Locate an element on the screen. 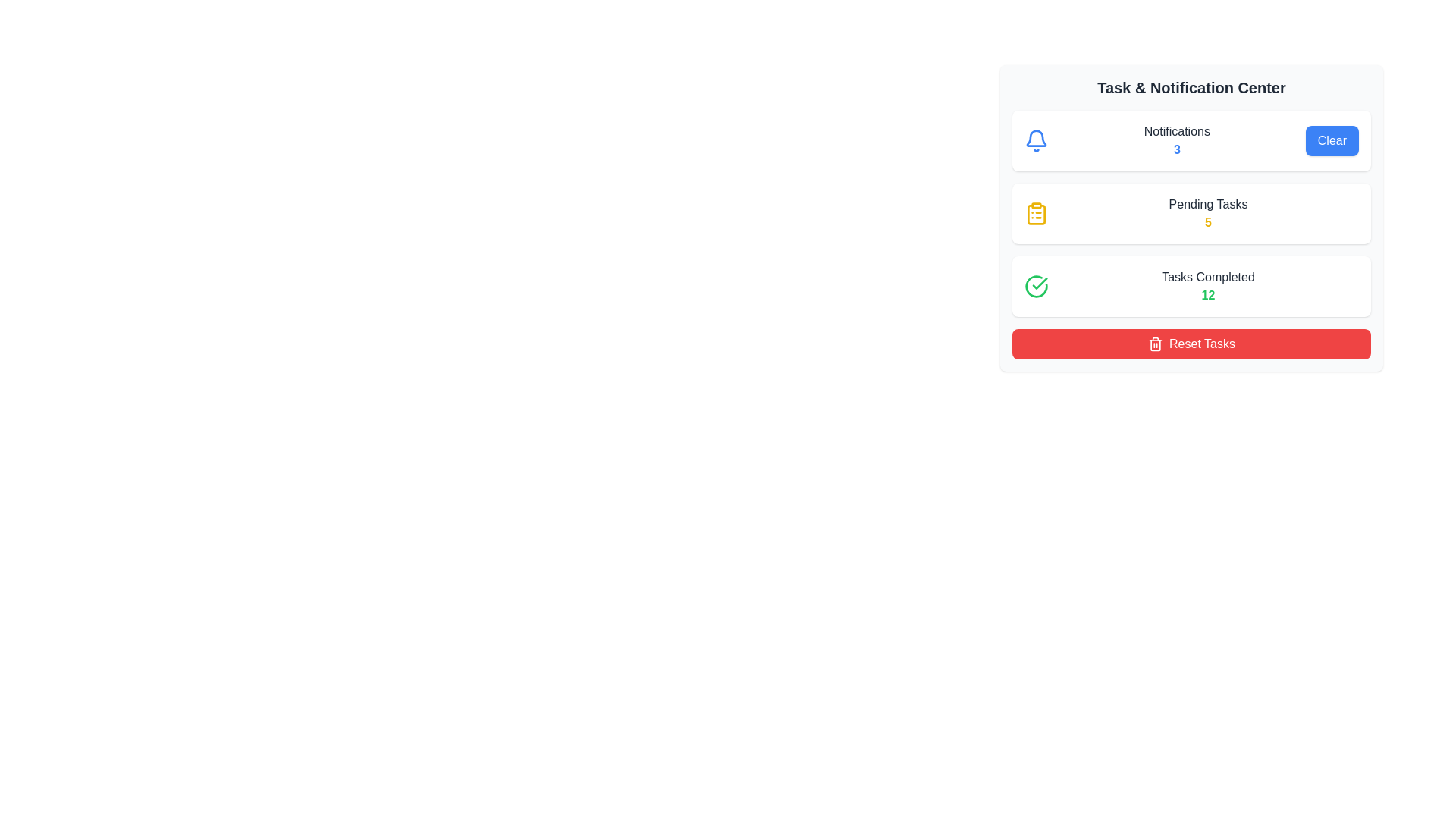 The image size is (1456, 819). the red 'Reset Tasks' button that contains the white trash icon on the left side is located at coordinates (1155, 344).